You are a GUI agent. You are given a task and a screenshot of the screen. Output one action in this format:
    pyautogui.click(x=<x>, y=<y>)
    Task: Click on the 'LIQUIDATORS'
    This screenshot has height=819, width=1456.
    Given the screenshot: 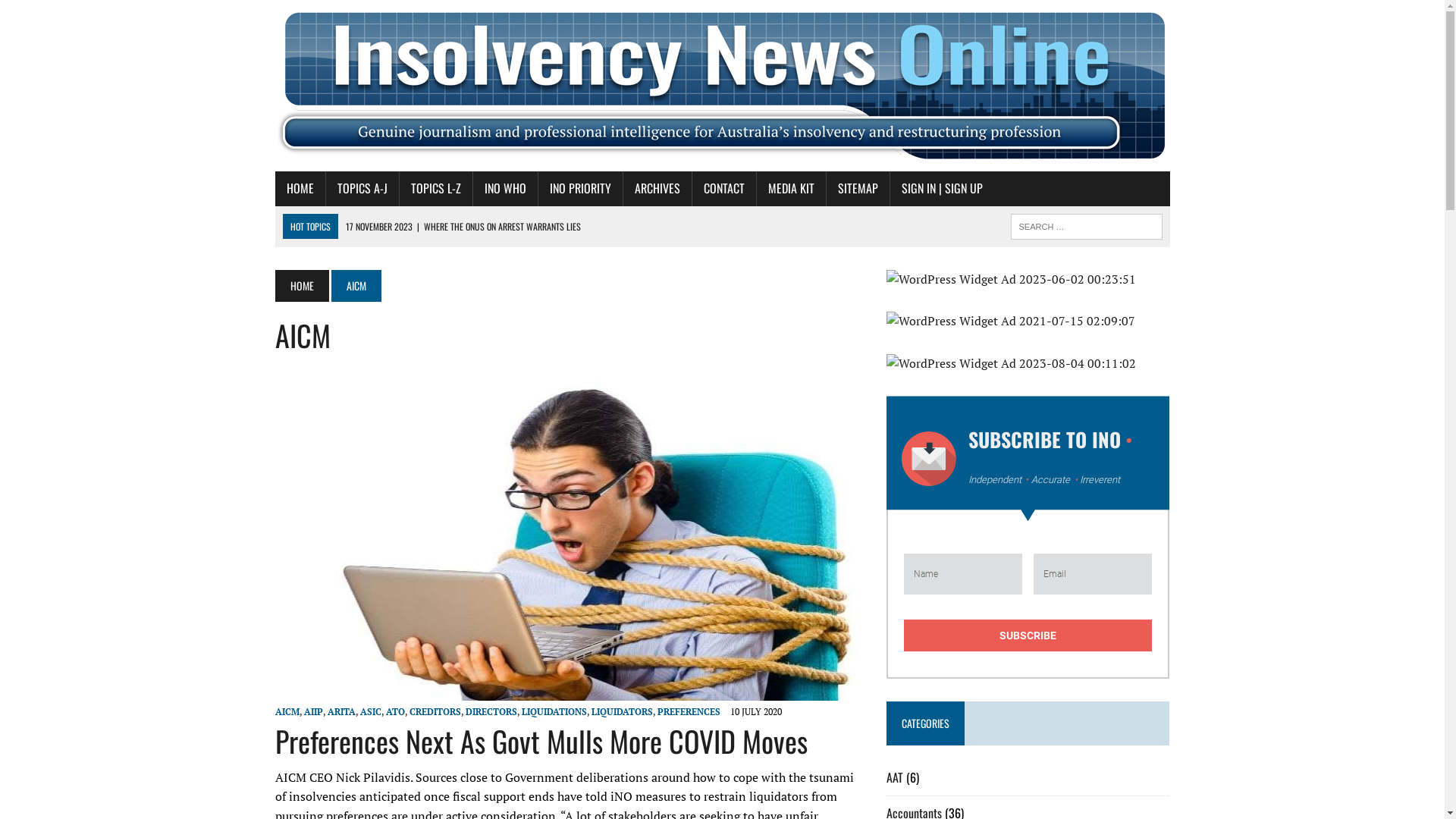 What is the action you would take?
    pyautogui.click(x=622, y=711)
    